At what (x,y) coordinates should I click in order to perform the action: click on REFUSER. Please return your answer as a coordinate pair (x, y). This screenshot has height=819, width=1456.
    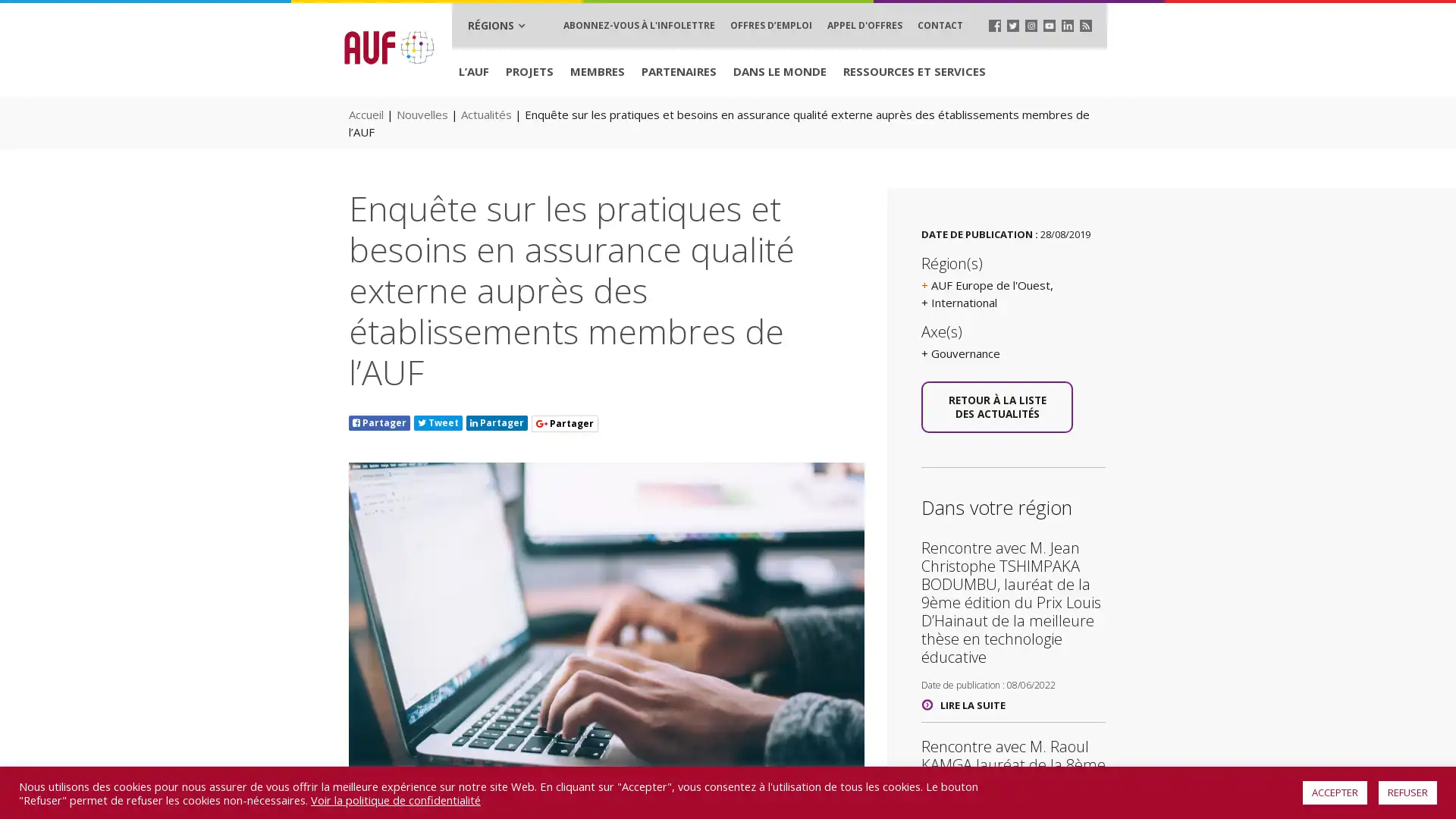
    Looking at the image, I should click on (1407, 792).